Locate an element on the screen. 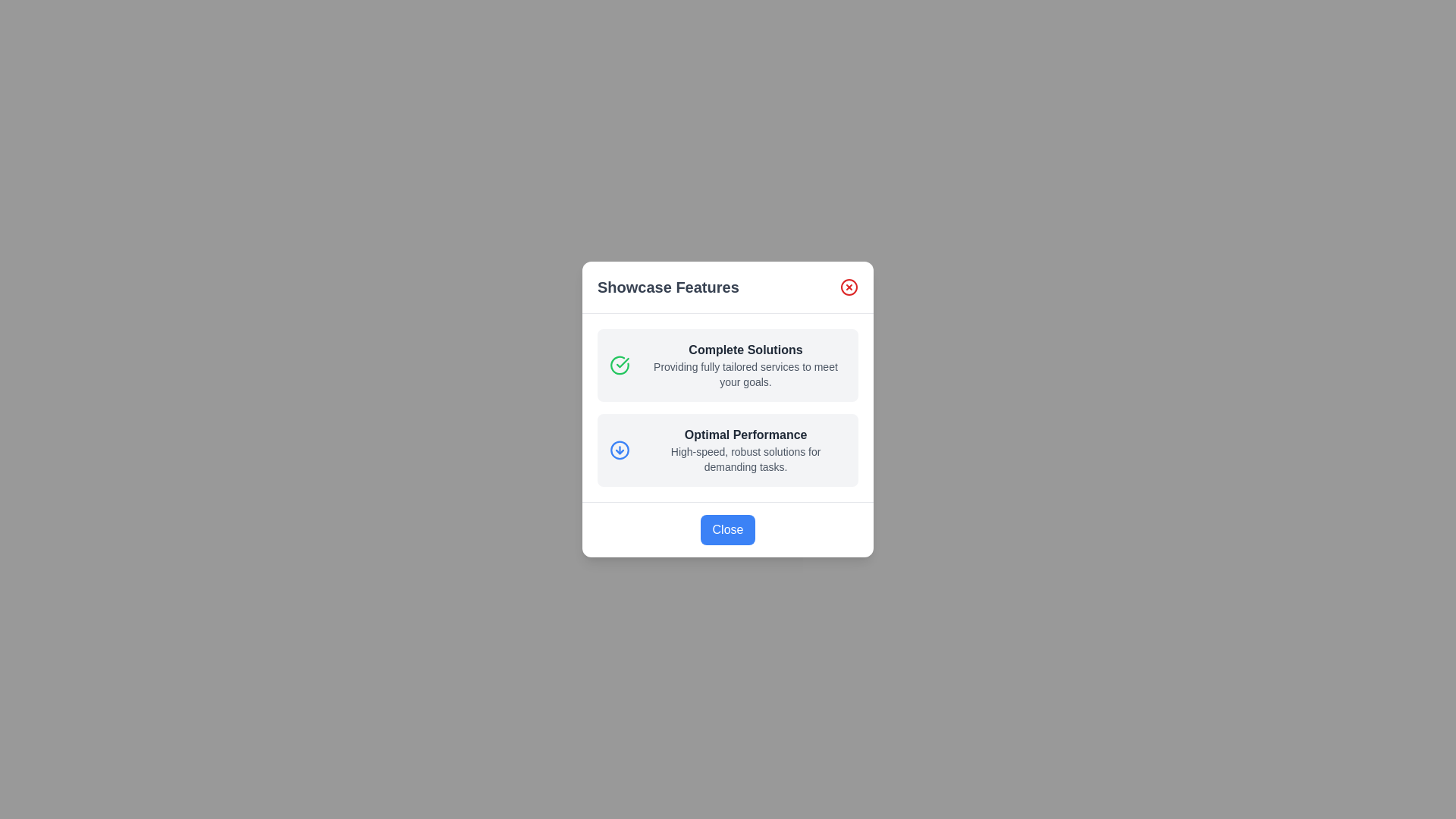 The image size is (1456, 819). the feature item Optimal Performance to highlight it is located at coordinates (728, 450).